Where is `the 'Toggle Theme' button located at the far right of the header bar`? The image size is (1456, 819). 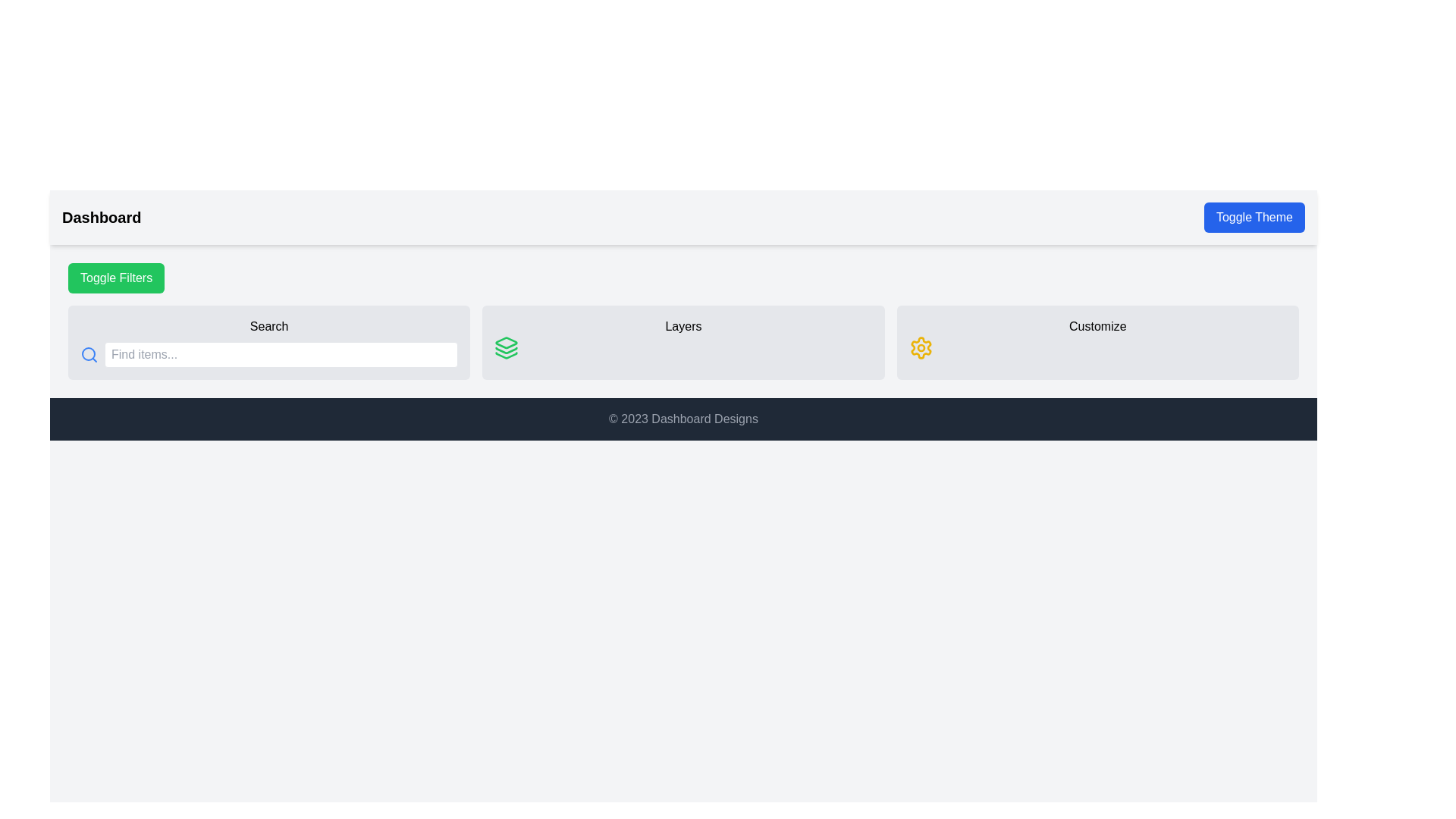
the 'Toggle Theme' button located at the far right of the header bar is located at coordinates (1254, 217).